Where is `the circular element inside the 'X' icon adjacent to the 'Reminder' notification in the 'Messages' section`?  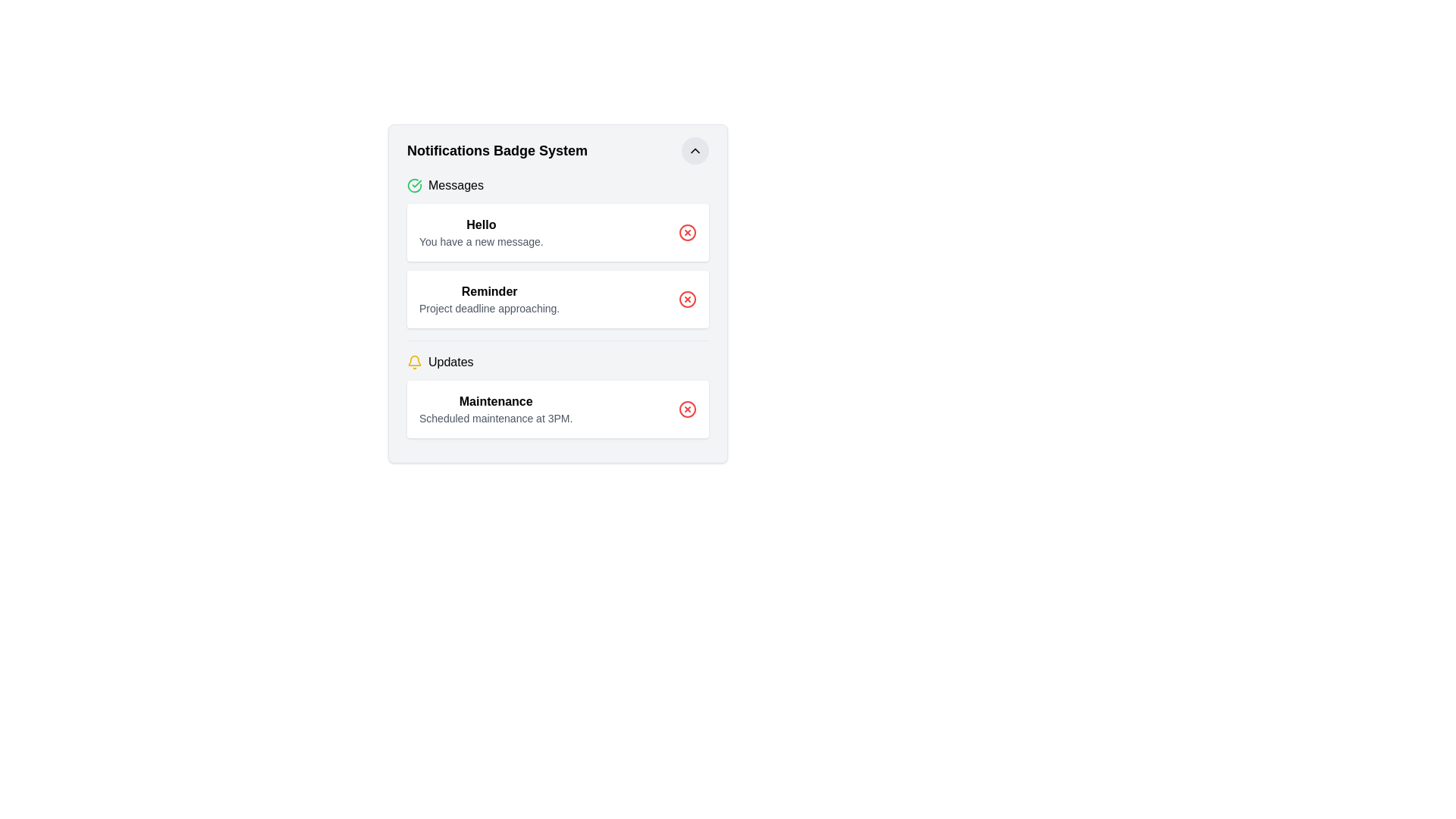 the circular element inside the 'X' icon adjacent to the 'Reminder' notification in the 'Messages' section is located at coordinates (687, 299).